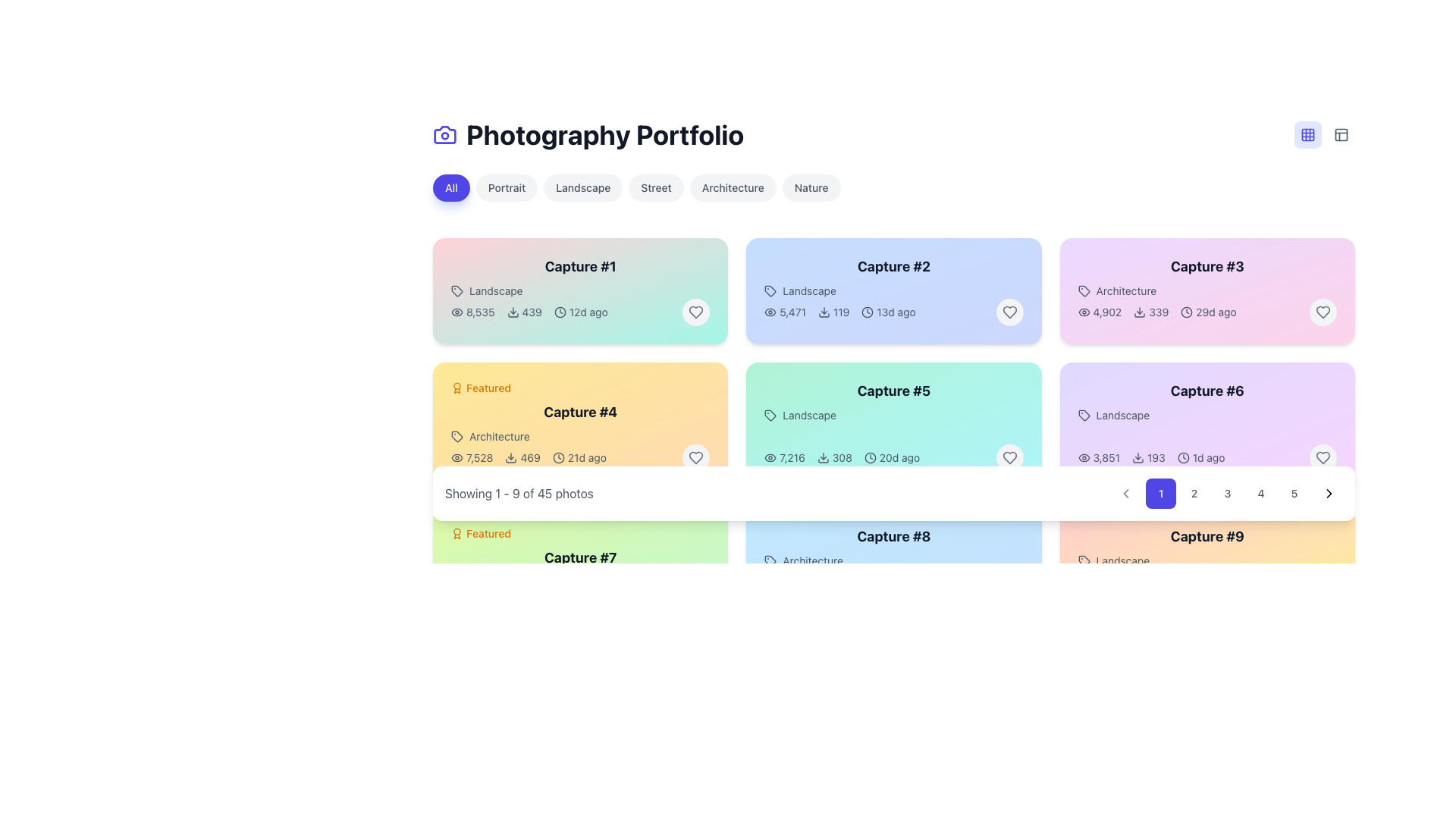  What do you see at coordinates (579, 412) in the screenshot?
I see `the Text Label displaying 'Featured' and 'Architecture', located in the middle row, second column of a 3x3 grid with a yellow-orange background` at bounding box center [579, 412].